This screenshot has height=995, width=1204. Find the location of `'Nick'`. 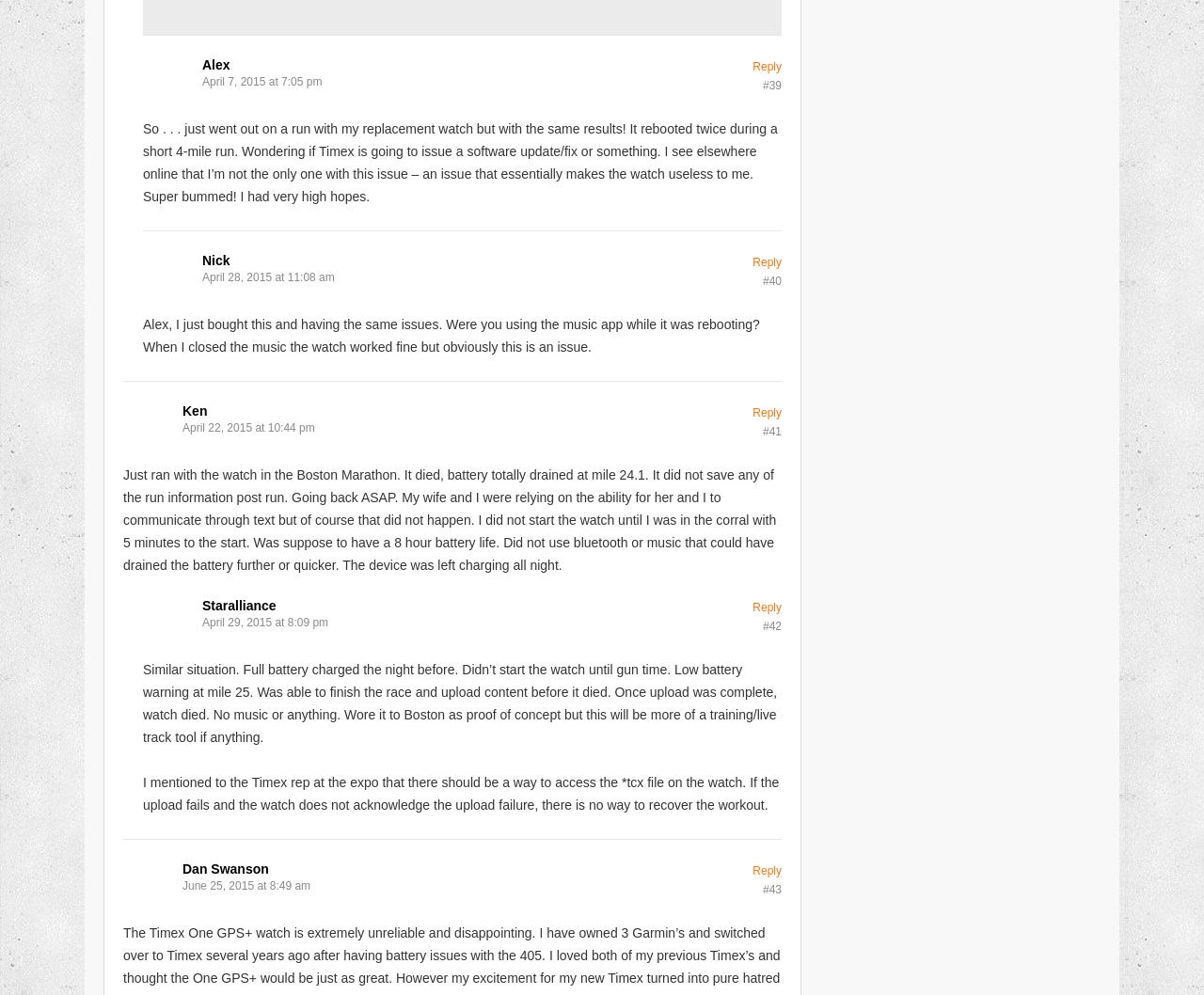

'Nick' is located at coordinates (215, 259).